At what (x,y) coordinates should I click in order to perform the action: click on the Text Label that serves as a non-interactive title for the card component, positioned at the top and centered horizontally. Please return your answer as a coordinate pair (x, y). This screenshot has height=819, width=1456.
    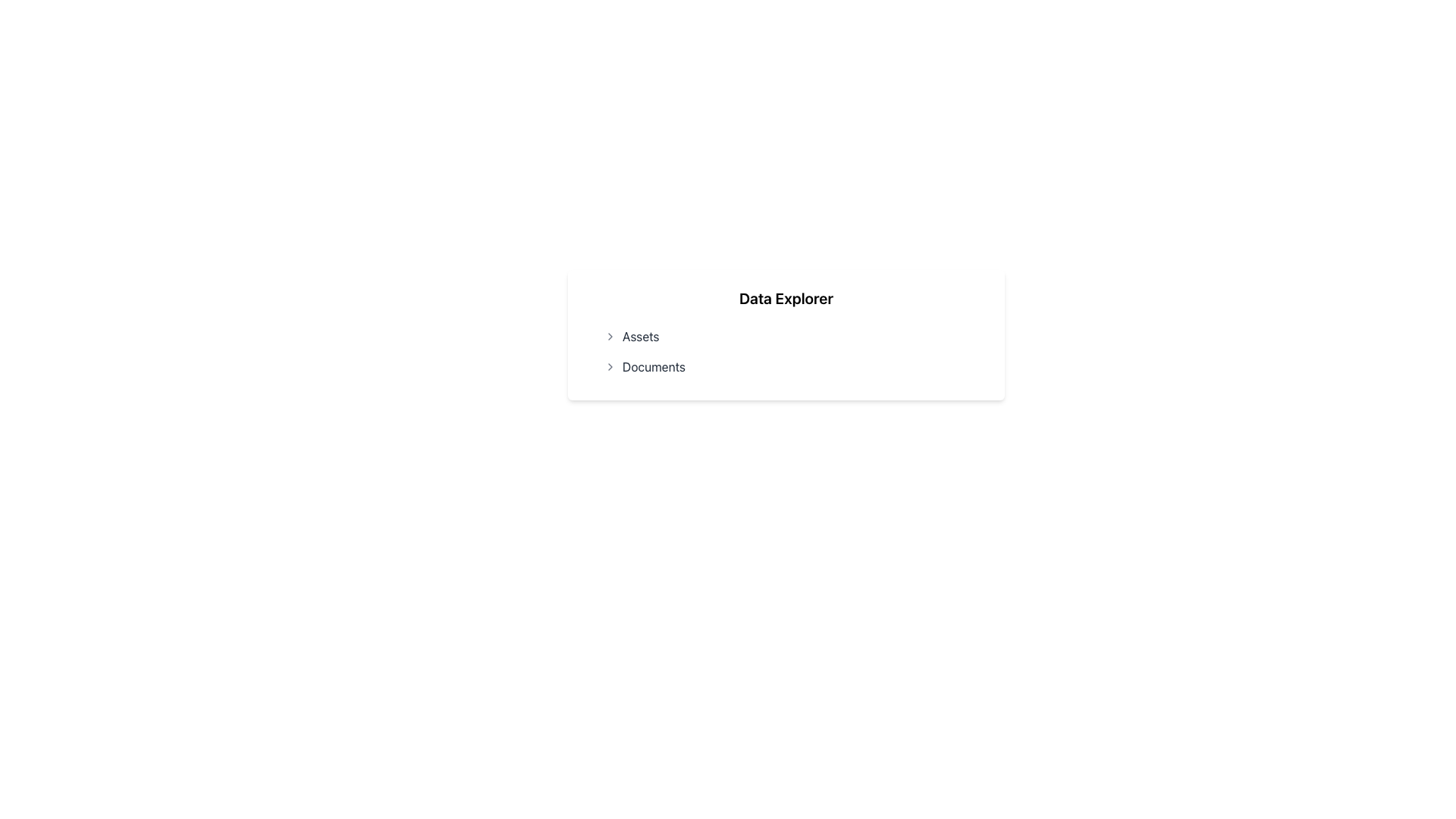
    Looking at the image, I should click on (786, 298).